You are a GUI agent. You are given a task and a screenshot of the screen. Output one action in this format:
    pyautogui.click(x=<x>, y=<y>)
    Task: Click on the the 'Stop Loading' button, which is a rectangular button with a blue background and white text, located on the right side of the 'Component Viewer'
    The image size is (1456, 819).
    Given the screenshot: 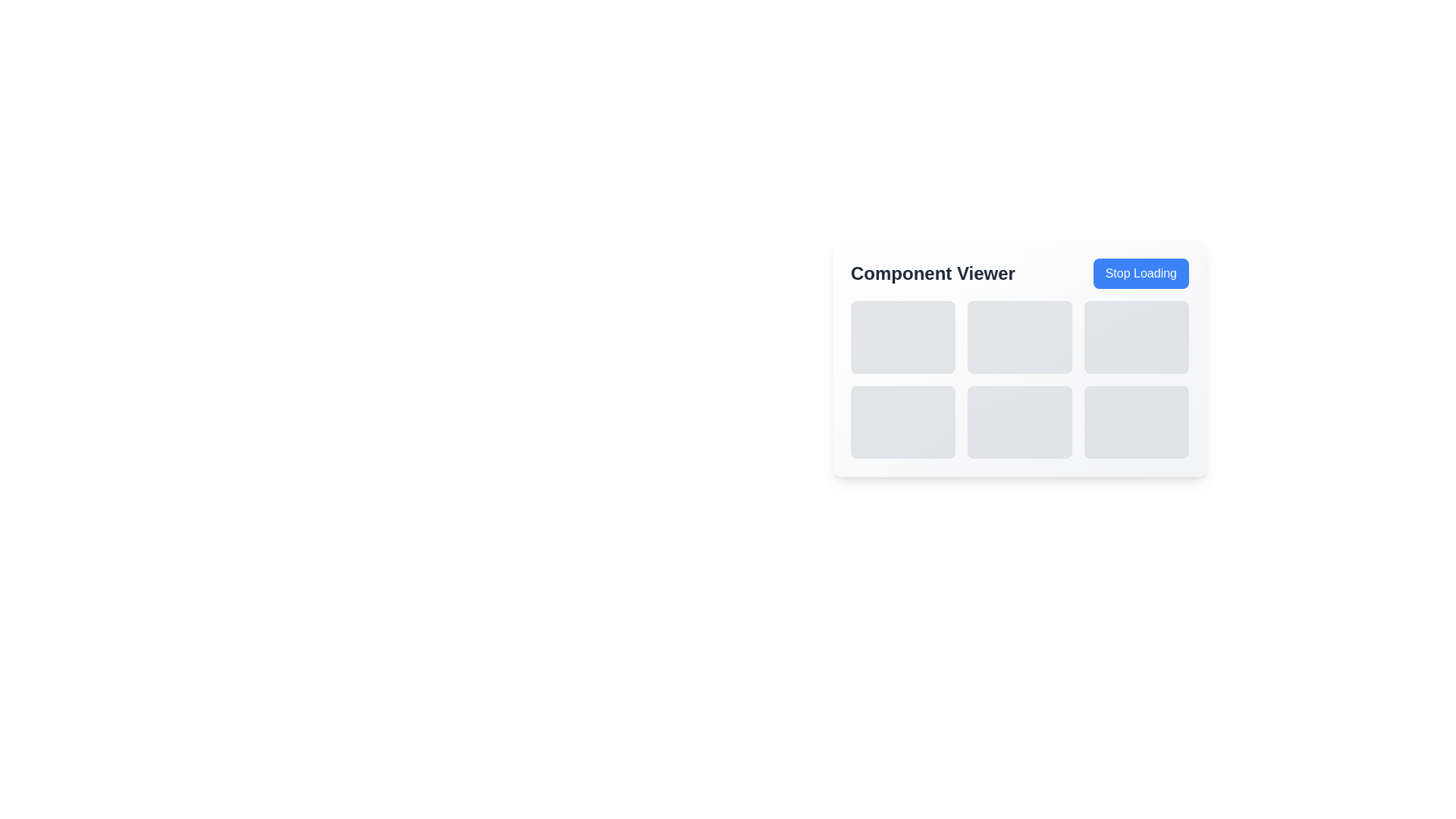 What is the action you would take?
    pyautogui.click(x=1141, y=274)
    